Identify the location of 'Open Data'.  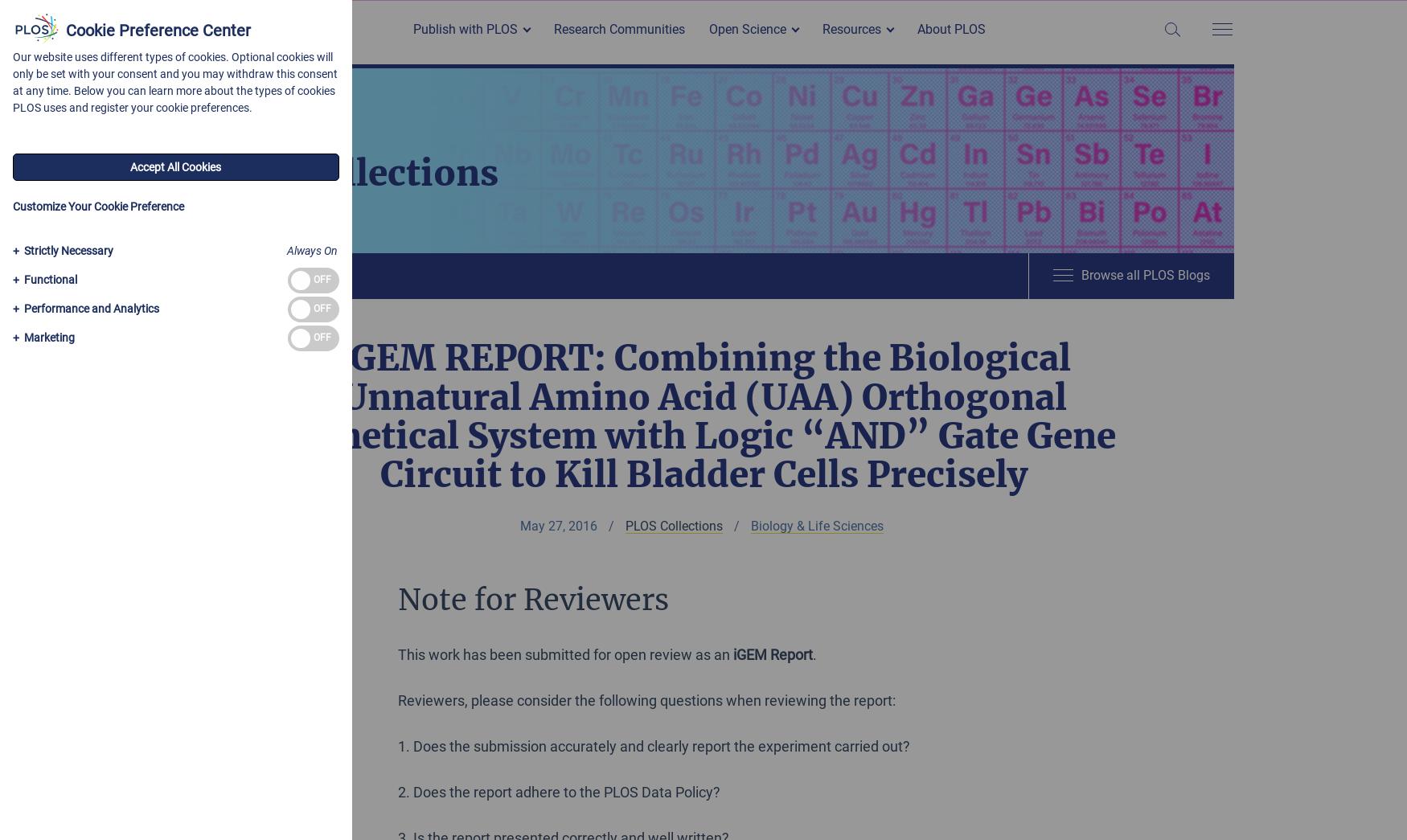
(743, 110).